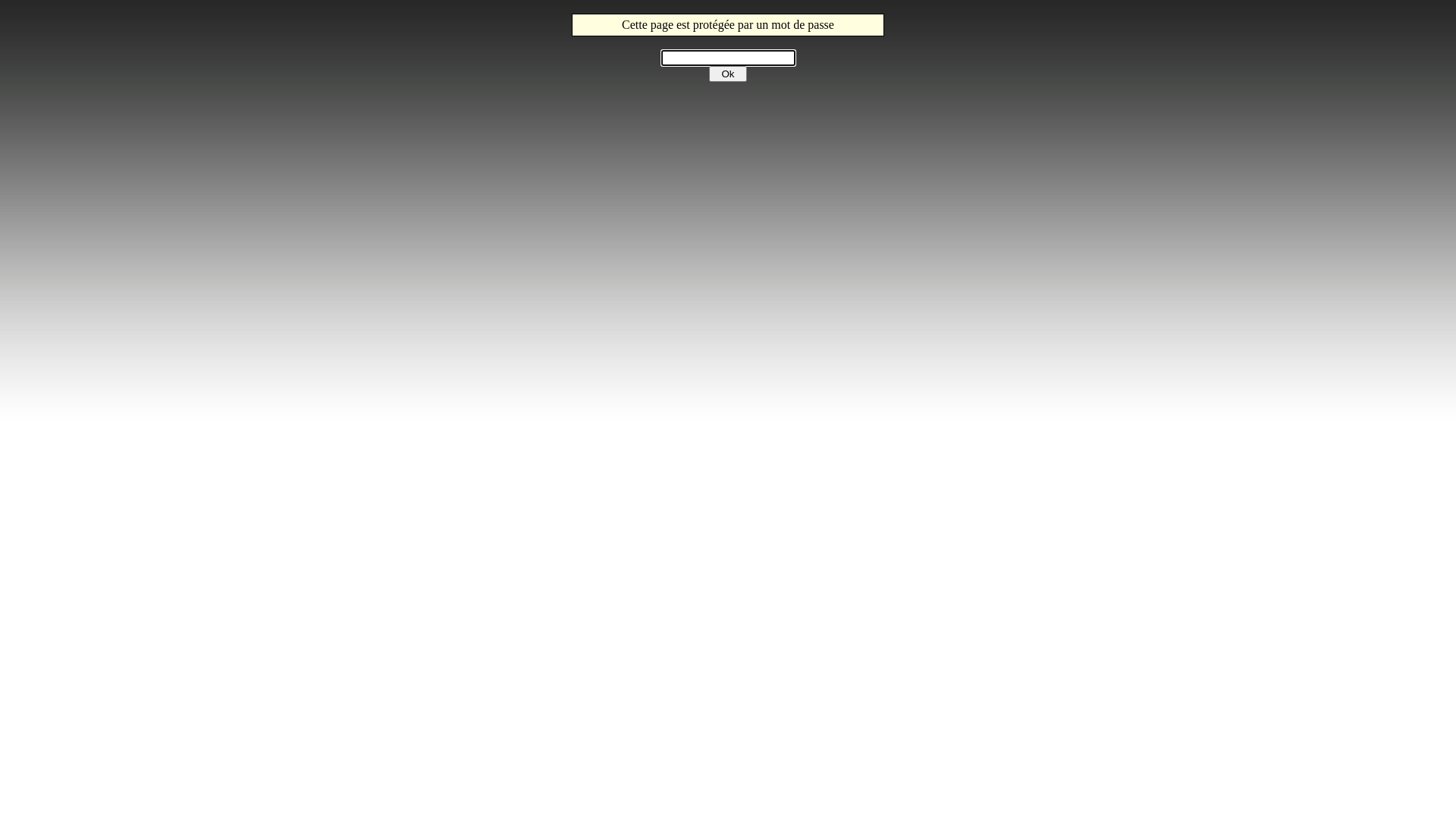 The image size is (1456, 819). Describe the element at coordinates (728, 74) in the screenshot. I see `'Ok'` at that location.